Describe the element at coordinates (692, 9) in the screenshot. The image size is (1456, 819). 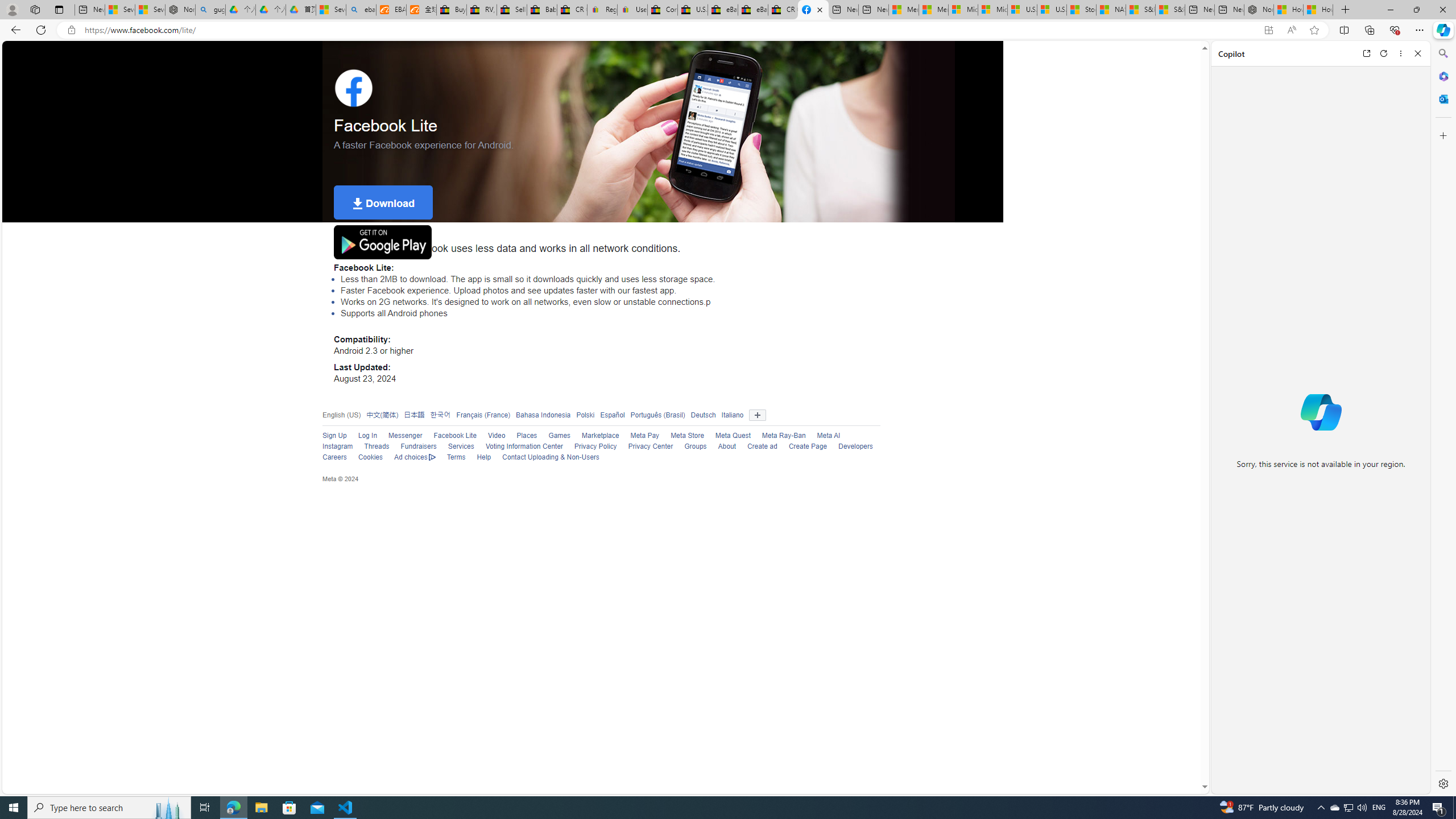
I see `'U.S. State Privacy Disclosures - eBay Inc.'` at that location.